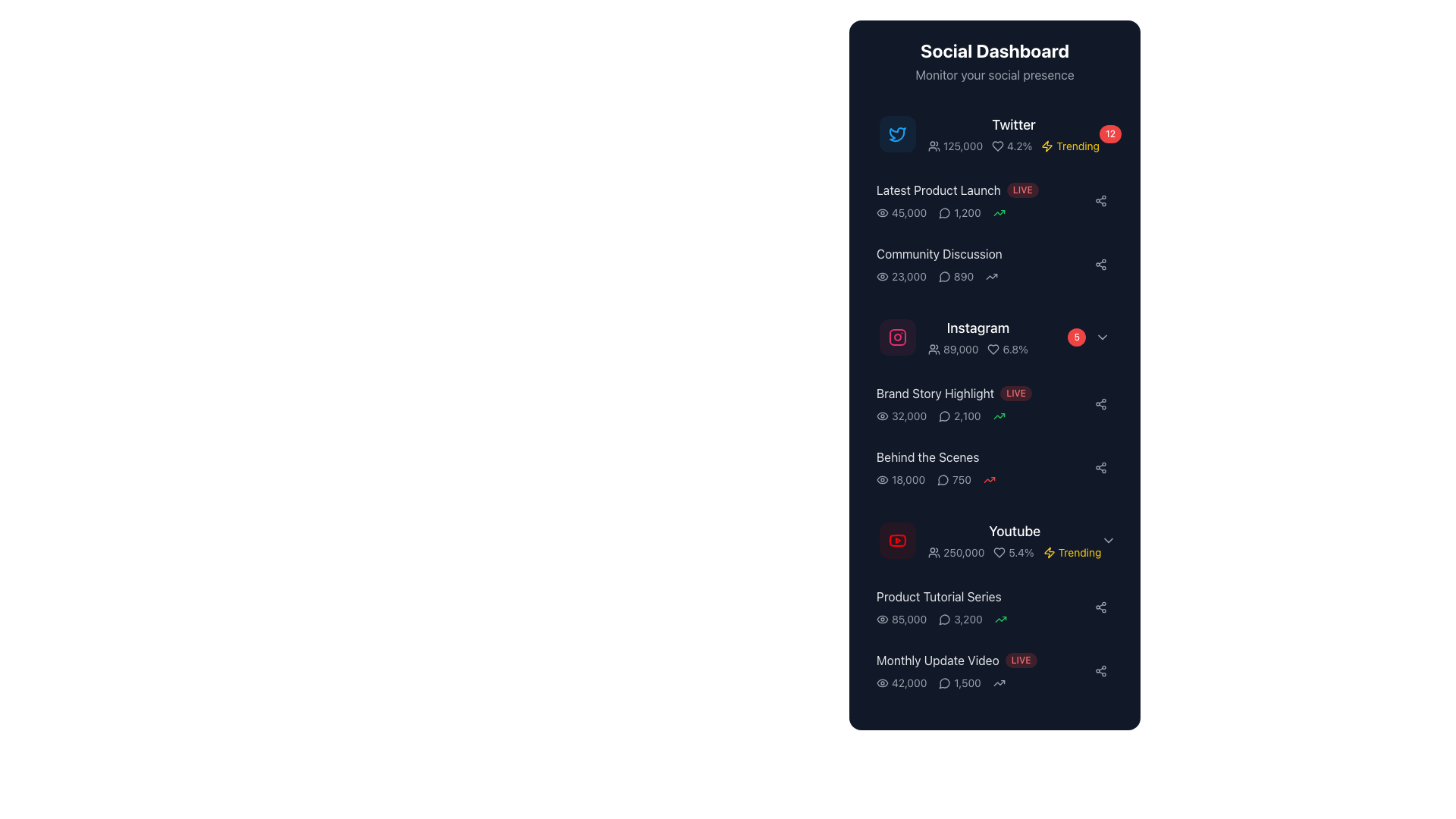 Image resolution: width=1456 pixels, height=819 pixels. I want to click on the 'Like' or 'Favorite' icon located in the 'Twitter' section of the Social Dashboard table, positioned immediately to the left of the numeric value '4.2%, so click(998, 146).